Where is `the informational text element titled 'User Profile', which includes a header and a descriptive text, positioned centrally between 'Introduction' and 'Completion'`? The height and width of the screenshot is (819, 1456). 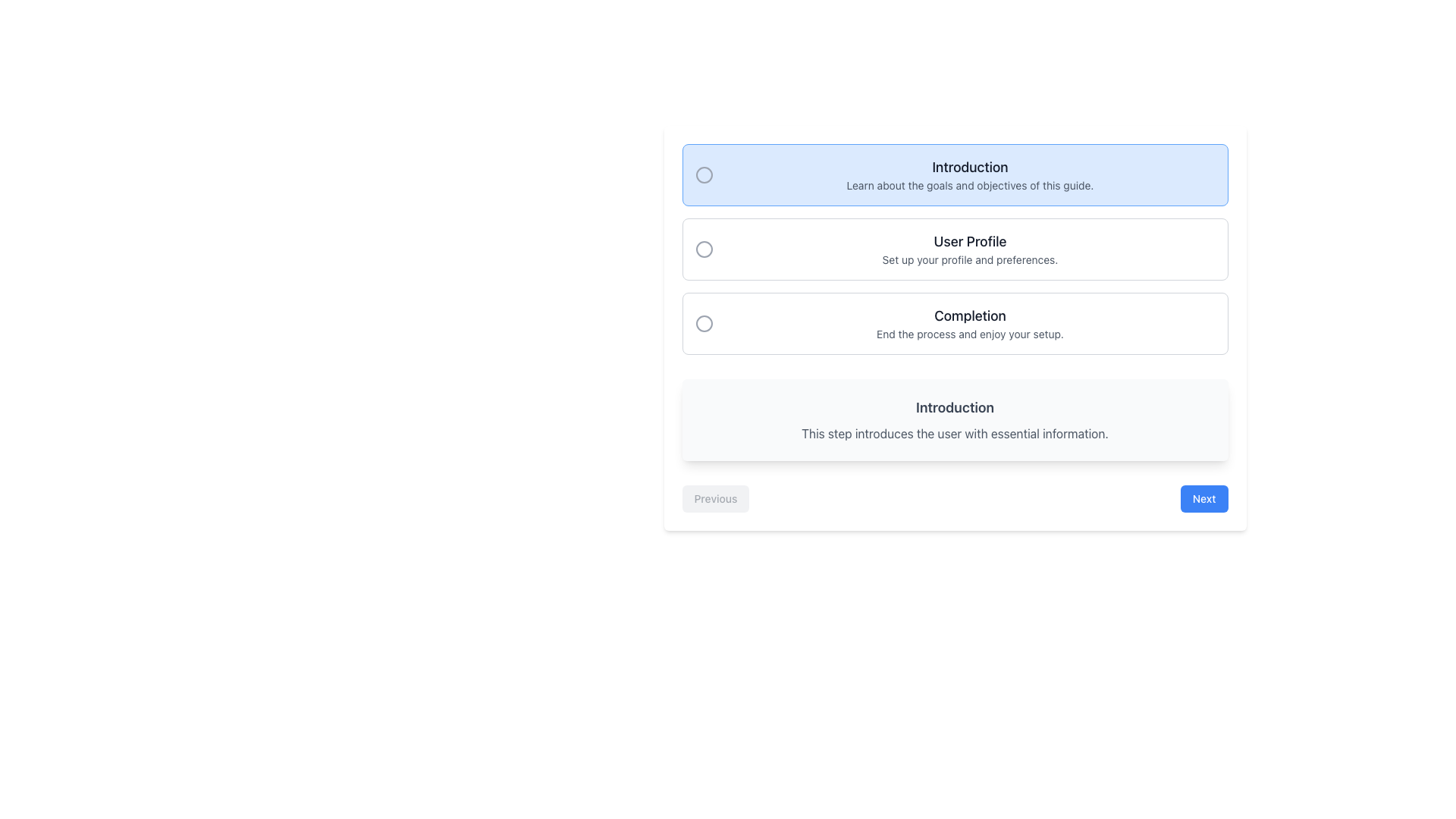 the informational text element titled 'User Profile', which includes a header and a descriptive text, positioned centrally between 'Introduction' and 'Completion' is located at coordinates (969, 248).